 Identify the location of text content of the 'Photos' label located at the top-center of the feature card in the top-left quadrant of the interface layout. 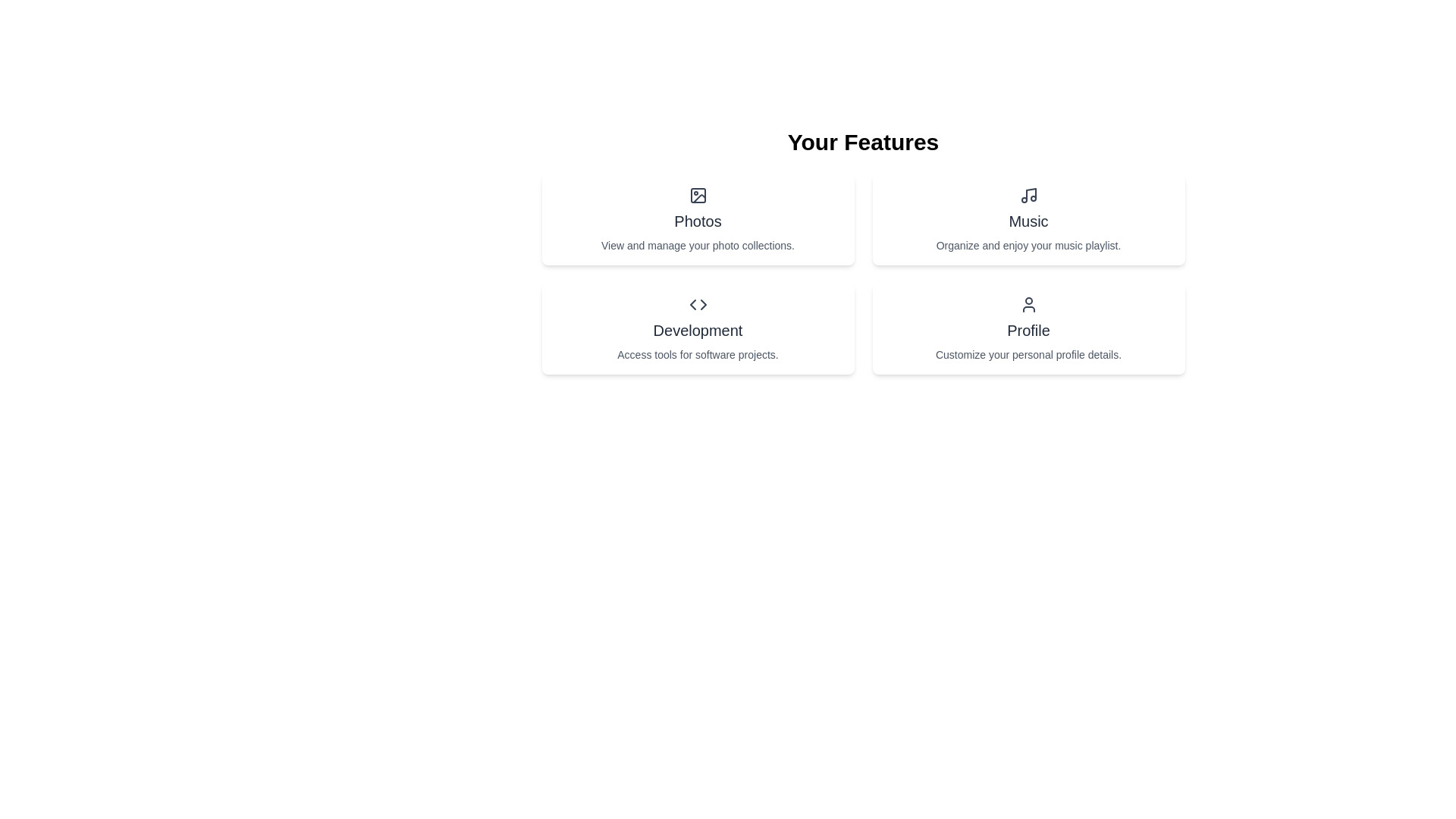
(697, 221).